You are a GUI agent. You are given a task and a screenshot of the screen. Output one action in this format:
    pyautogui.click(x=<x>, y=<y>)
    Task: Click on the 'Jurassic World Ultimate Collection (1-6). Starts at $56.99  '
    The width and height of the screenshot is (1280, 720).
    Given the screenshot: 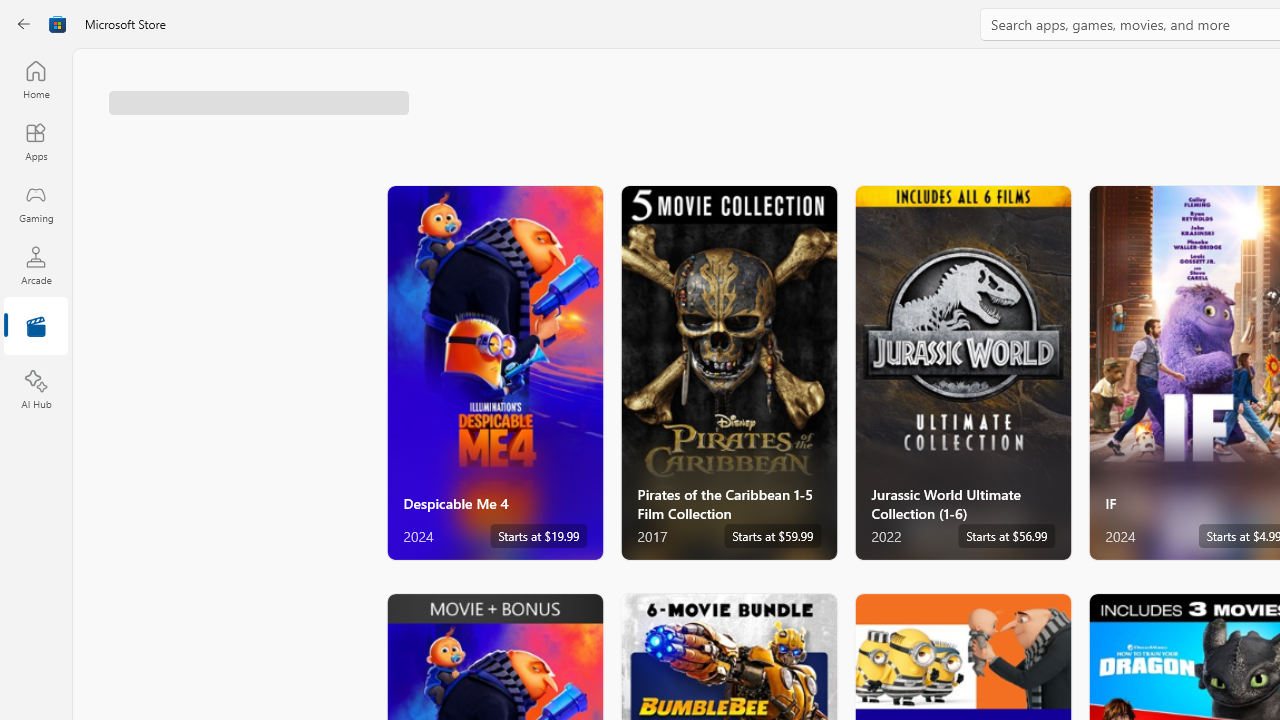 What is the action you would take?
    pyautogui.click(x=963, y=372)
    